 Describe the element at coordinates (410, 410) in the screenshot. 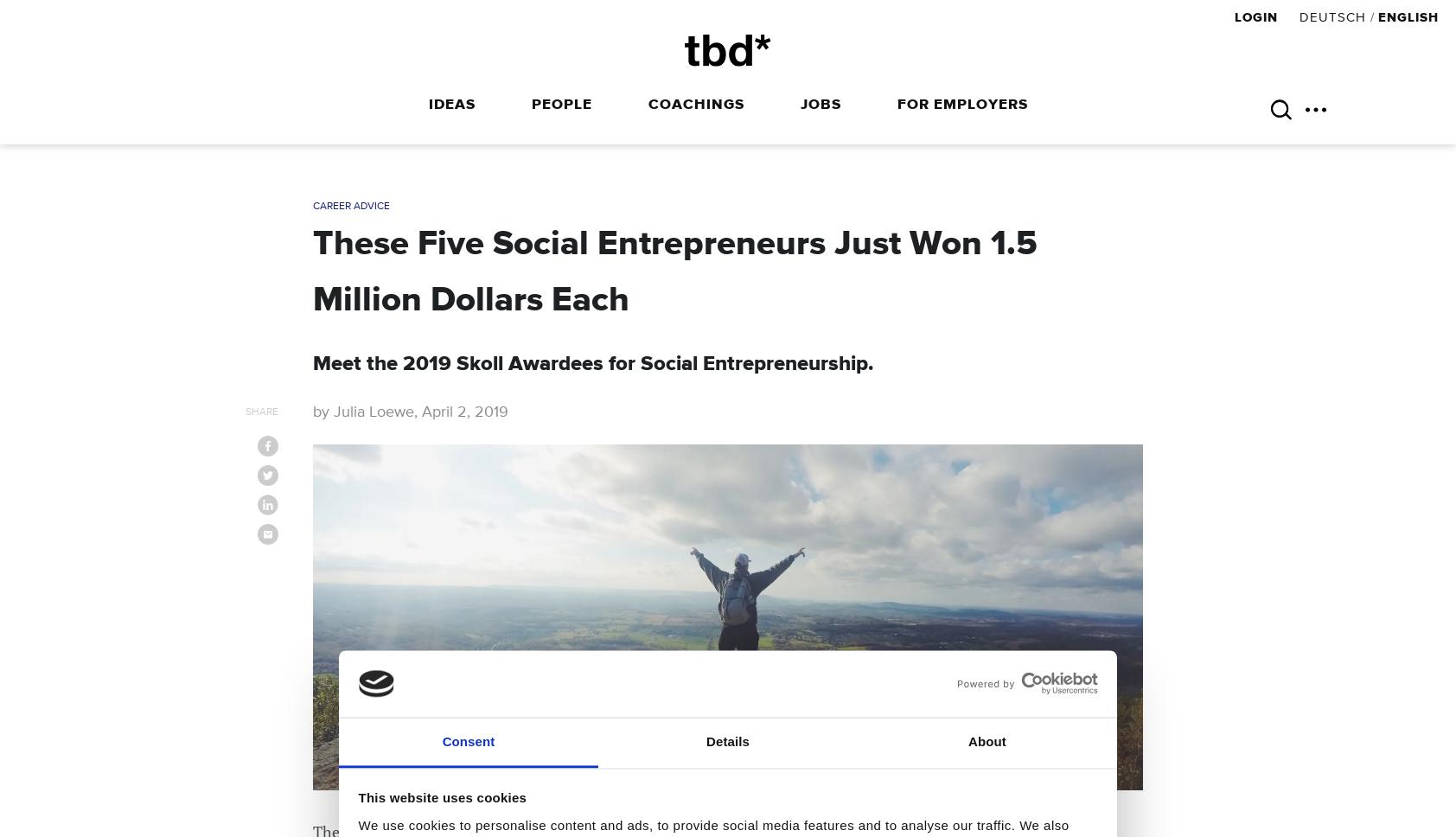

I see `'by Julia Loewe, April 2, 2019'` at that location.